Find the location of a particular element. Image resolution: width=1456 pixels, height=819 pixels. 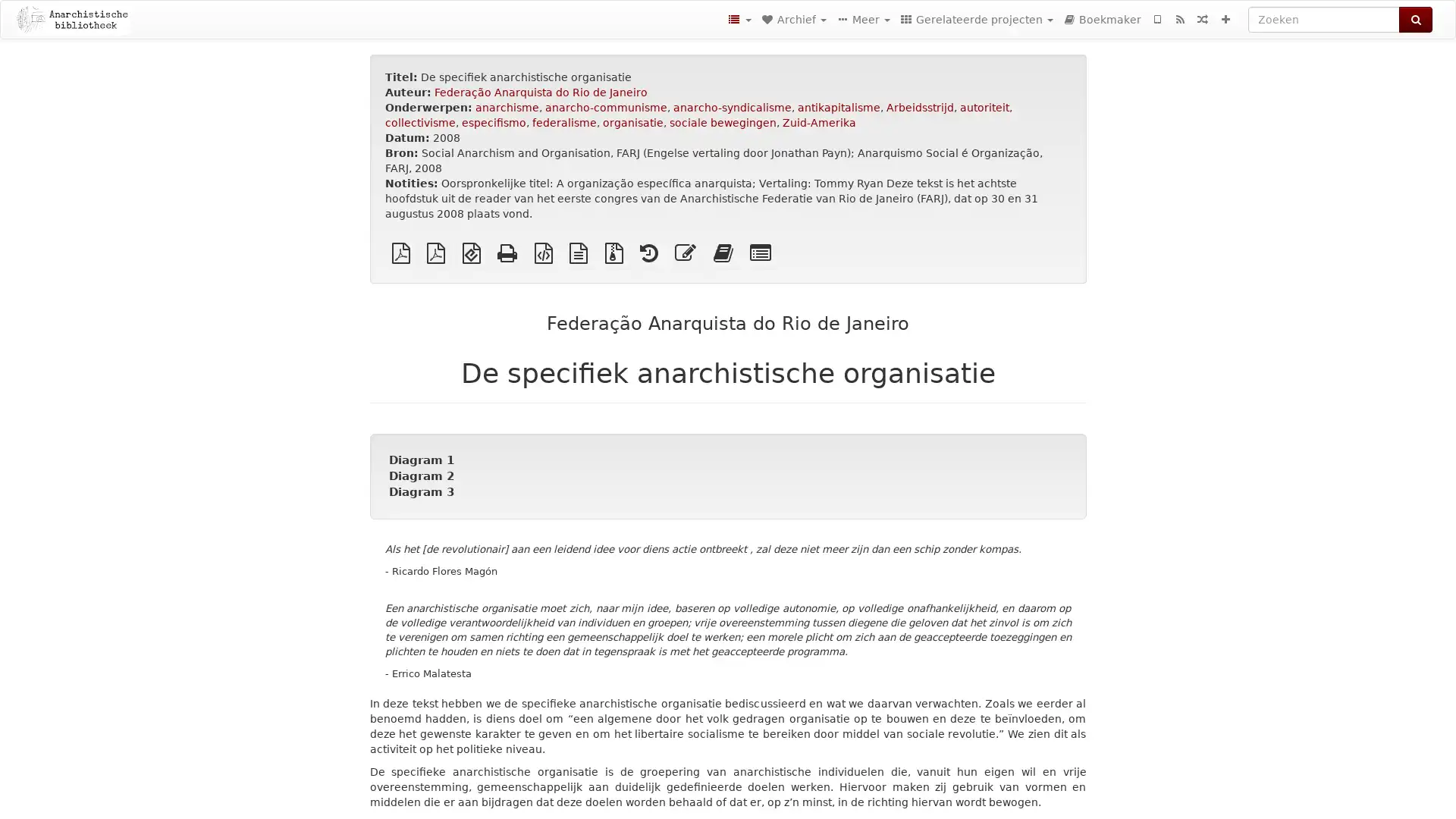

Zoeken is located at coordinates (1415, 20).